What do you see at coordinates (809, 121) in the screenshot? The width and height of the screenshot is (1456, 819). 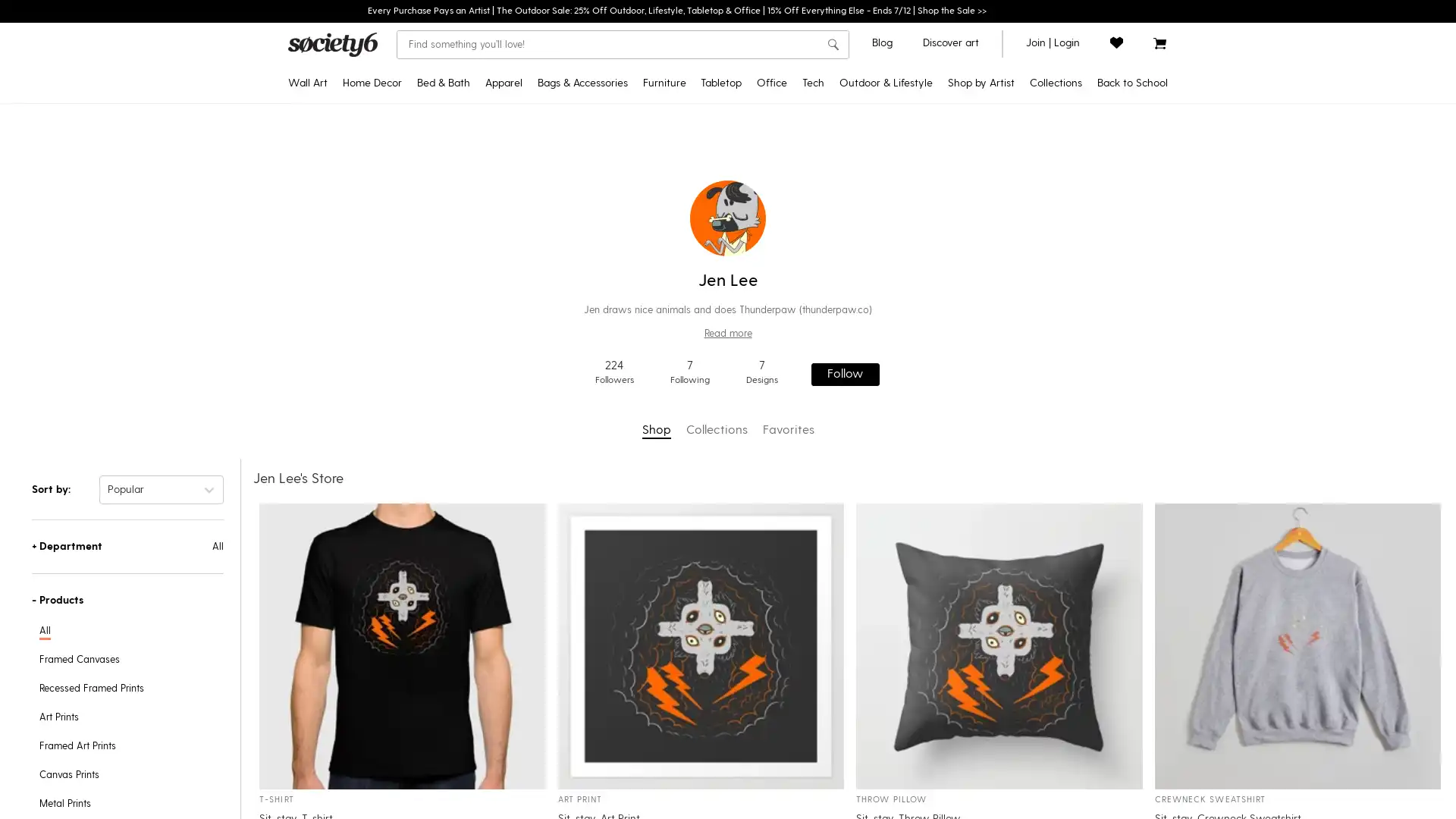 I see `Desk MatsNEW` at bounding box center [809, 121].